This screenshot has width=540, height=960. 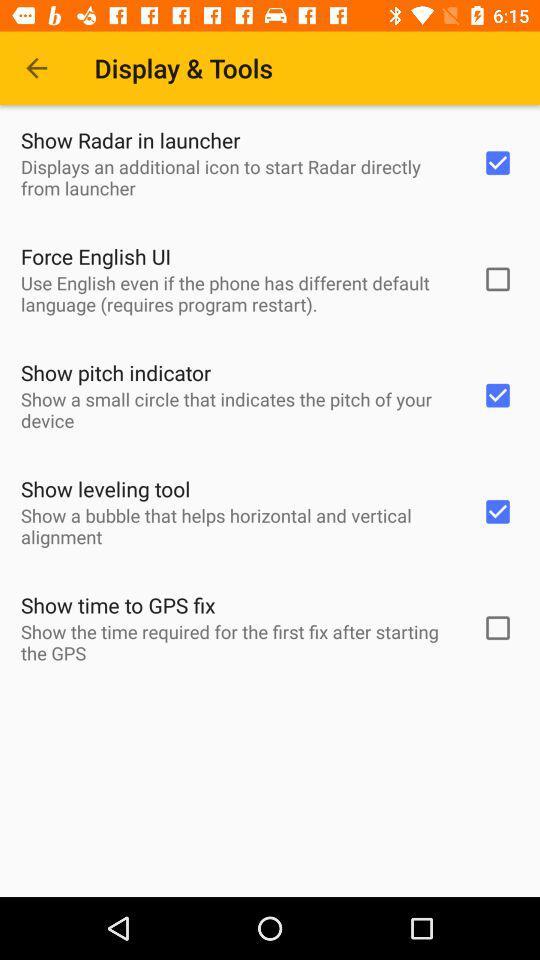 I want to click on icon above the show radar in, so click(x=36, y=68).